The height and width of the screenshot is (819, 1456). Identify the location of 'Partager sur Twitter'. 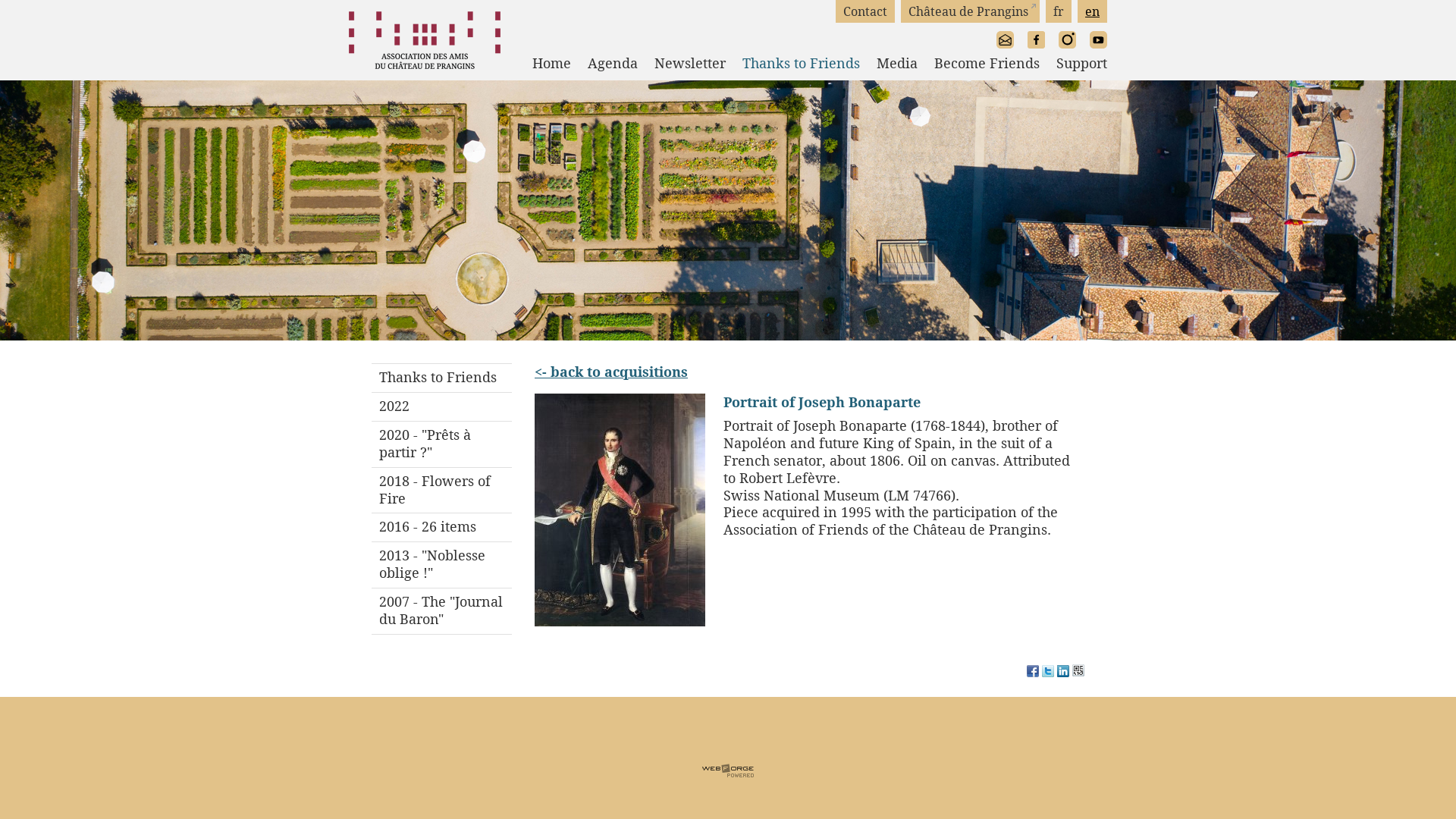
(1047, 672).